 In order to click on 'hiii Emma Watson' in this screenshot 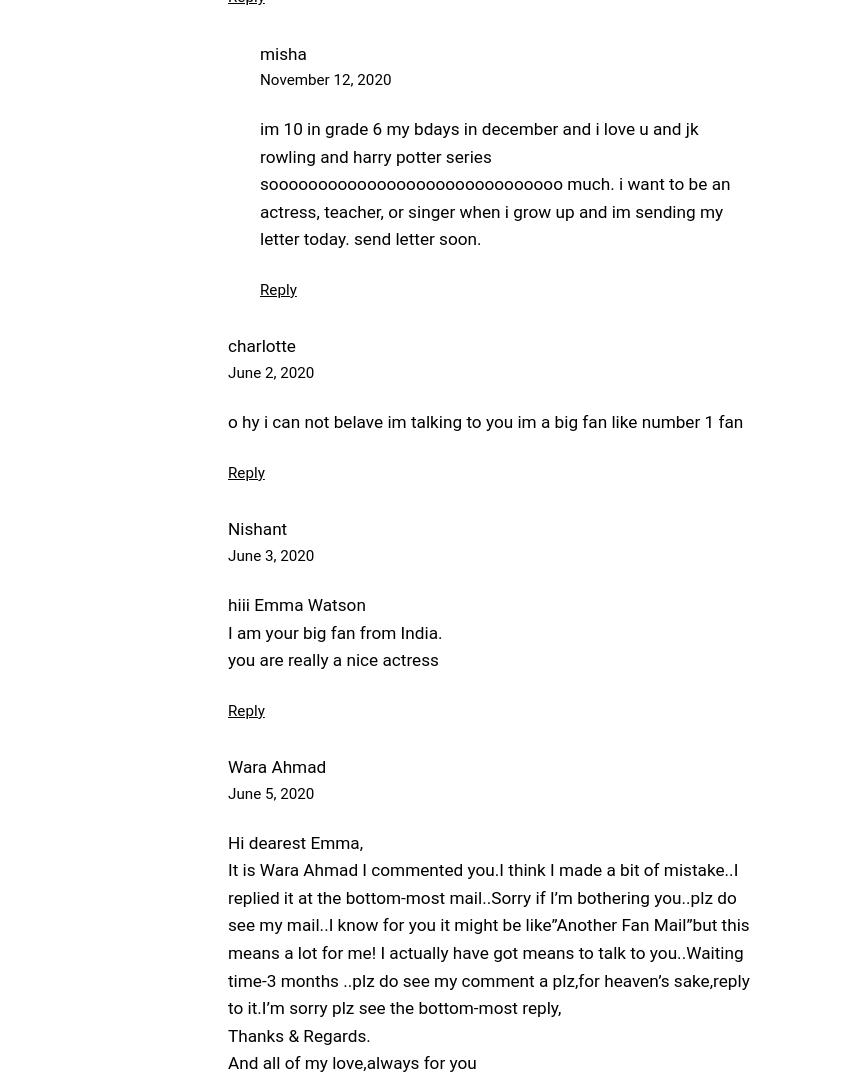, I will do `click(295, 604)`.